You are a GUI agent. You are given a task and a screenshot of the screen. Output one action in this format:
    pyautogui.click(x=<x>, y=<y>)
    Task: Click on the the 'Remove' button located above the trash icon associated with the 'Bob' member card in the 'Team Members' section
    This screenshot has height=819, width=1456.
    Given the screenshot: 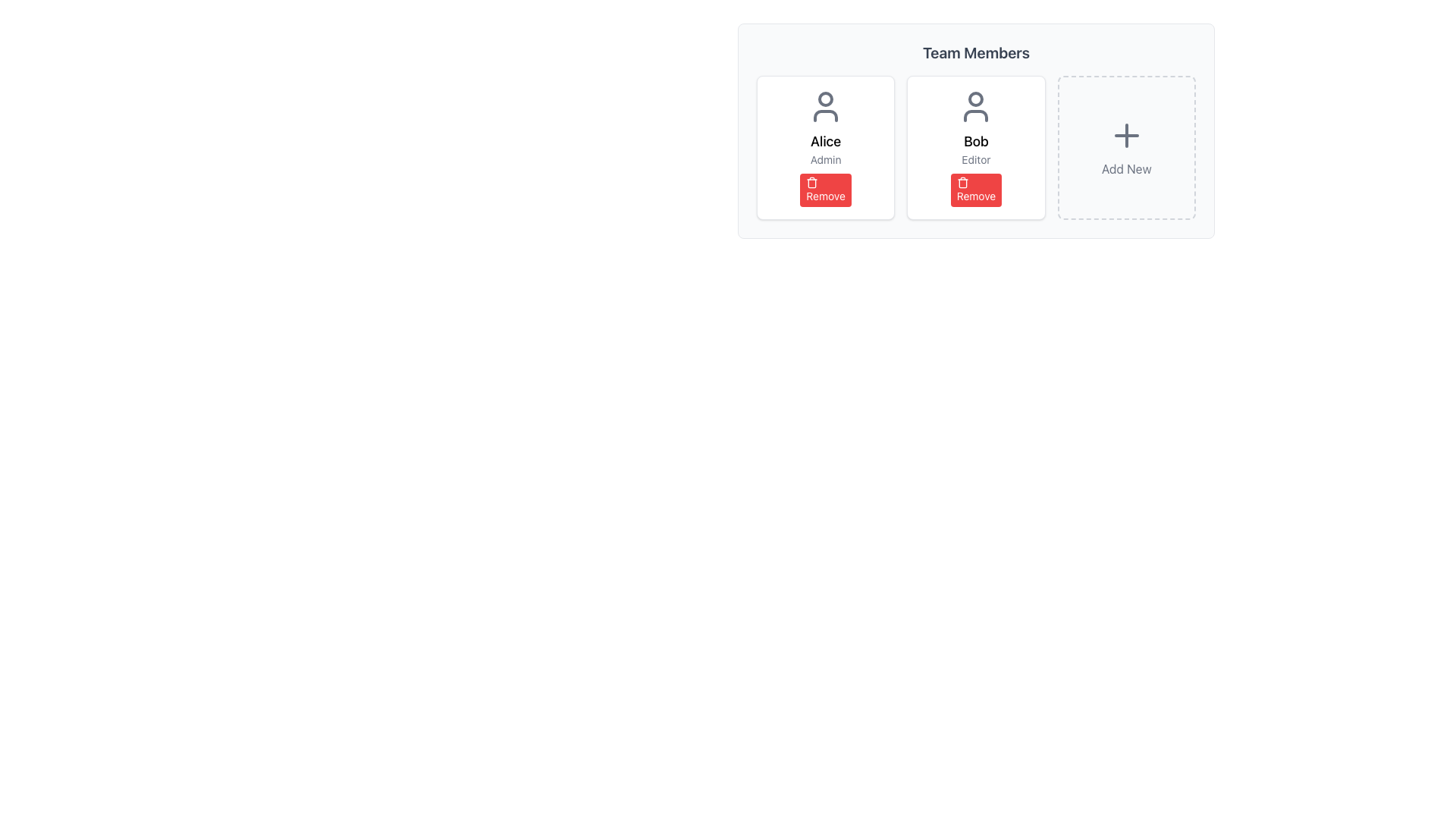 What is the action you would take?
    pyautogui.click(x=962, y=183)
    